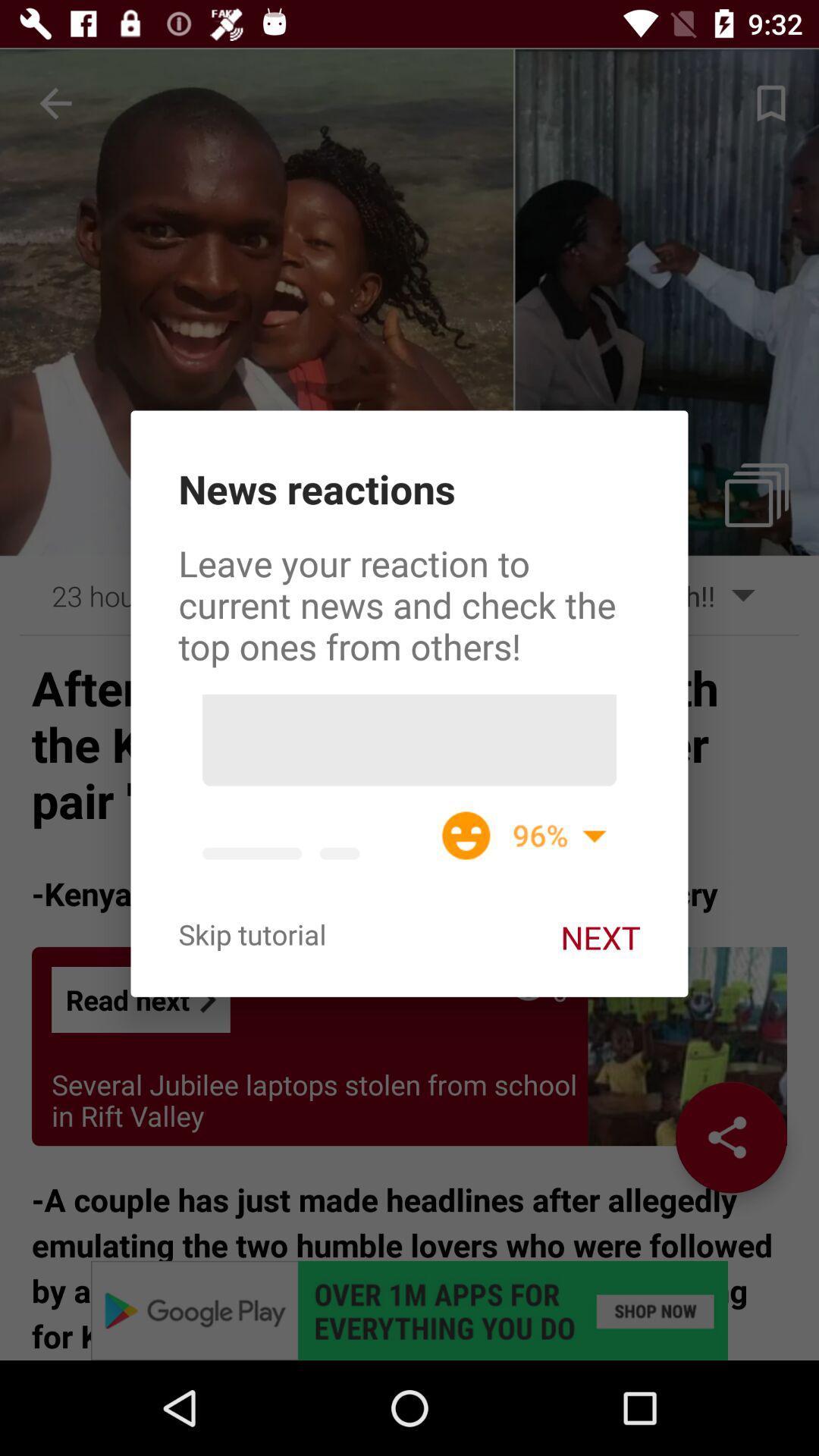 The width and height of the screenshot is (819, 1456). What do you see at coordinates (599, 937) in the screenshot?
I see `the icon to the right of the skip tutorial item` at bounding box center [599, 937].